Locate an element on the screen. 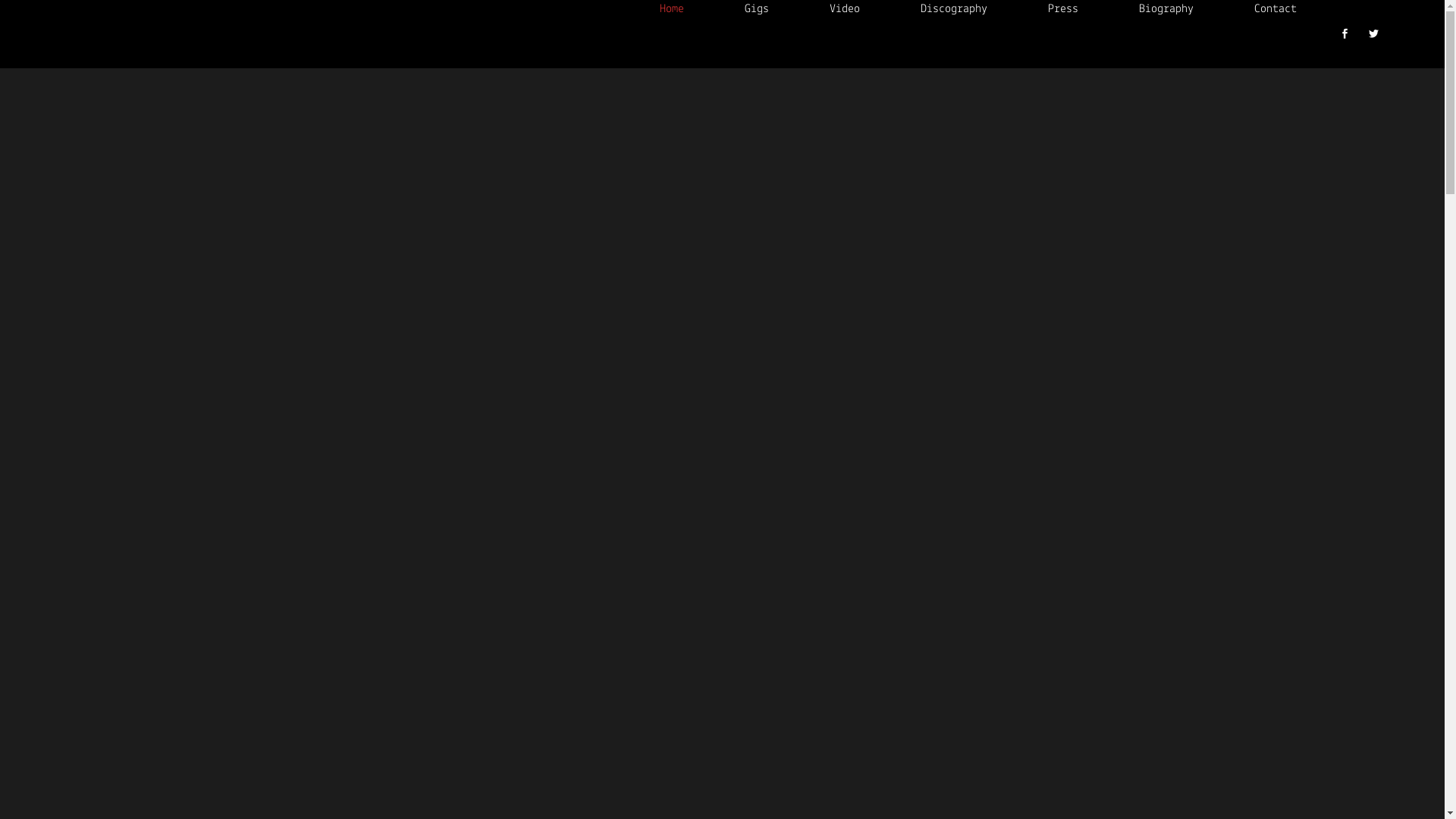  'Home' is located at coordinates (671, 8).